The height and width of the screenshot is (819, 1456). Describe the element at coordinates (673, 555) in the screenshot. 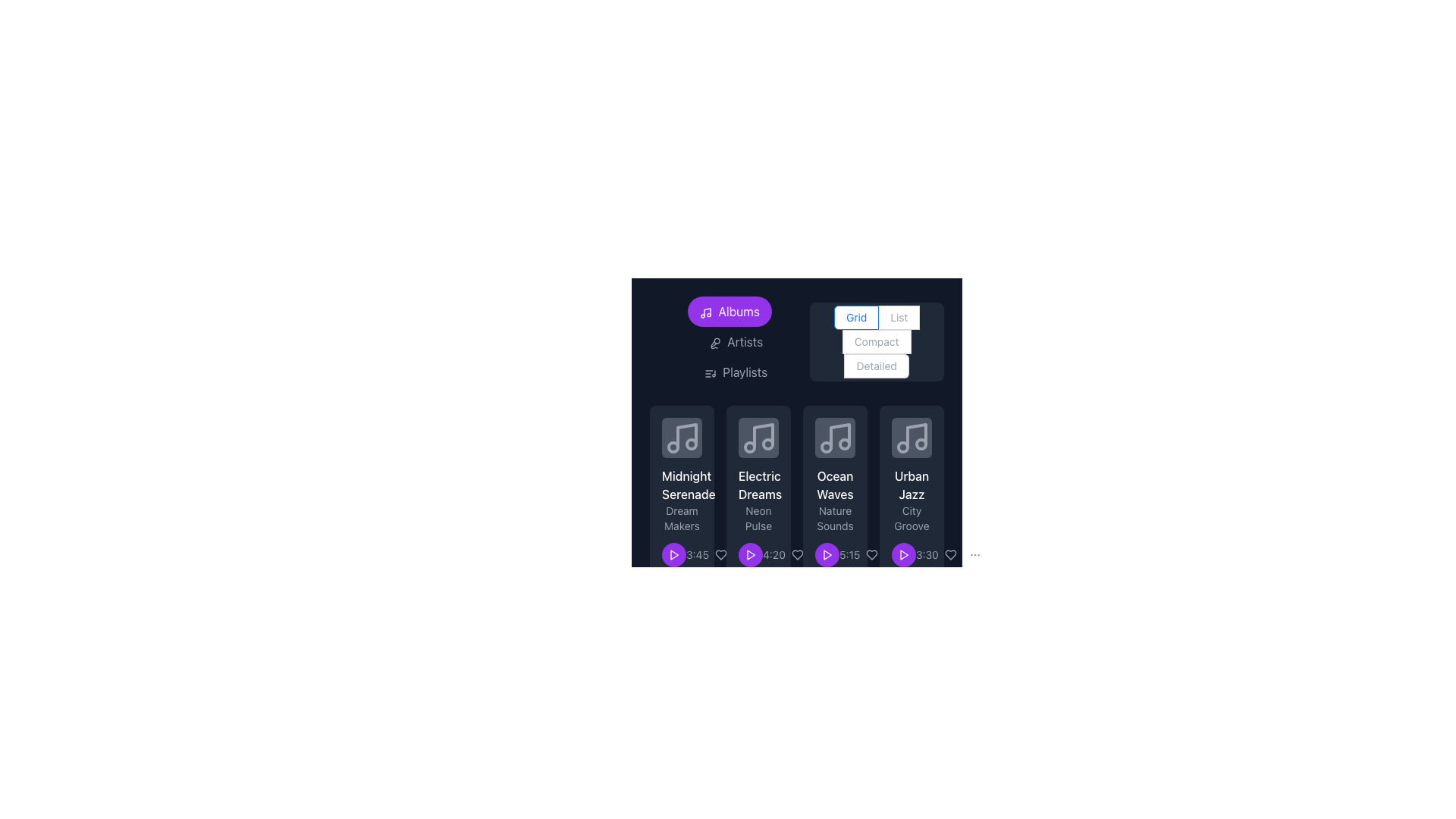

I see `the vibrant purple circular button with a play icon to play media` at that location.